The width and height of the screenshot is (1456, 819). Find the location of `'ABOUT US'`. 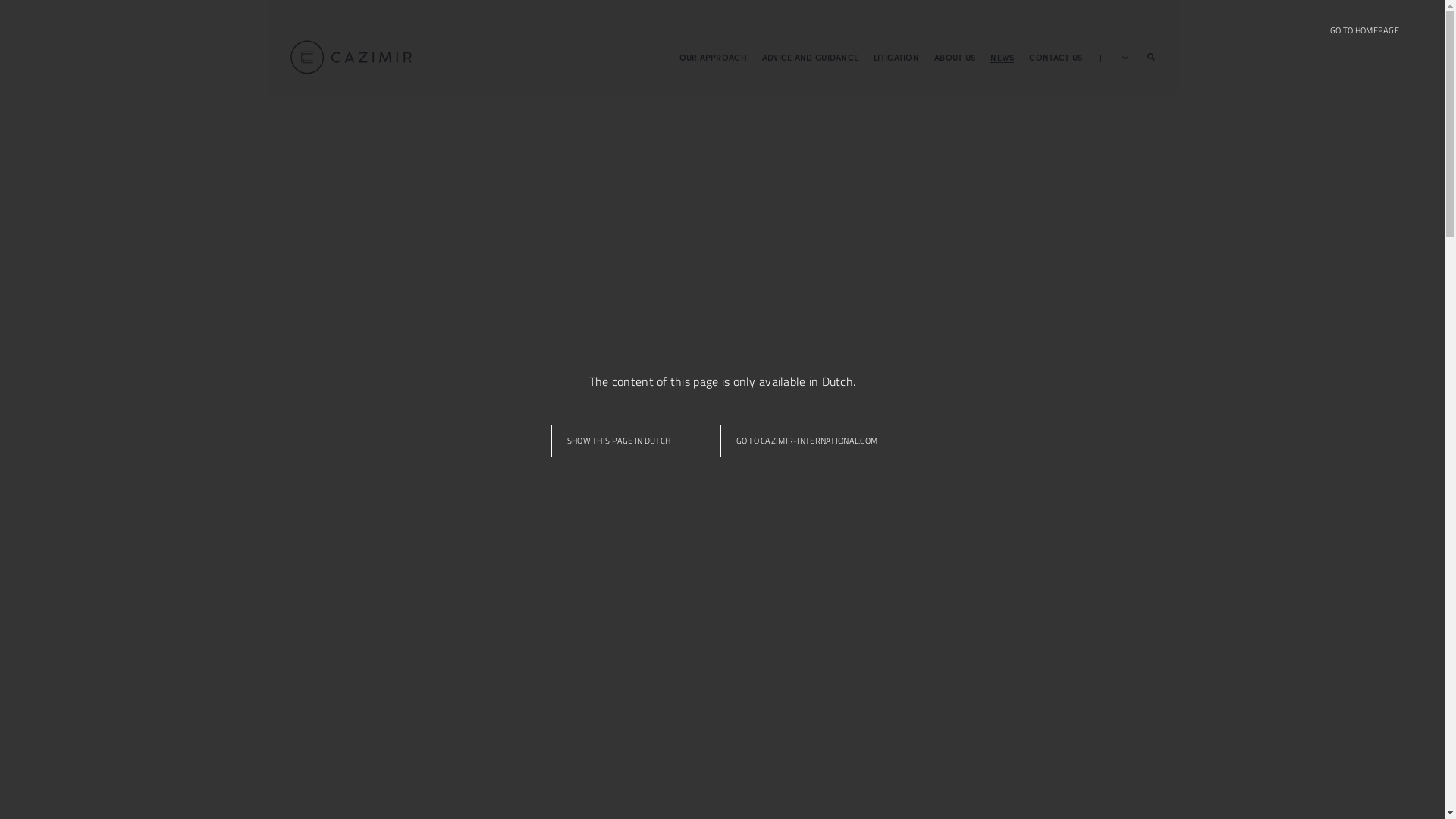

'ABOUT US' is located at coordinates (953, 55).